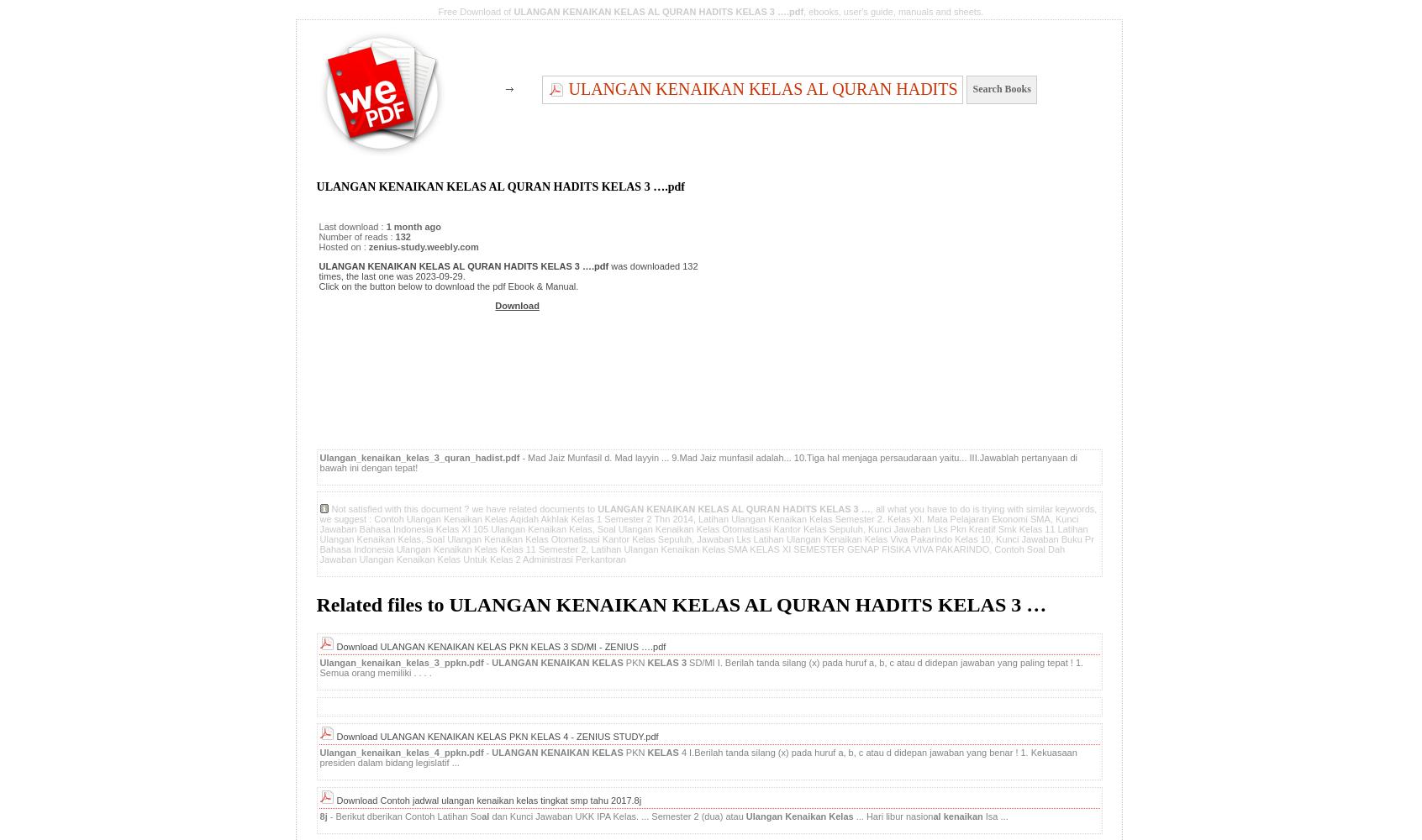 The height and width of the screenshot is (840, 1422). What do you see at coordinates (464, 507) in the screenshot?
I see `'Not satisfied with this document ? we have related documents to'` at bounding box center [464, 507].